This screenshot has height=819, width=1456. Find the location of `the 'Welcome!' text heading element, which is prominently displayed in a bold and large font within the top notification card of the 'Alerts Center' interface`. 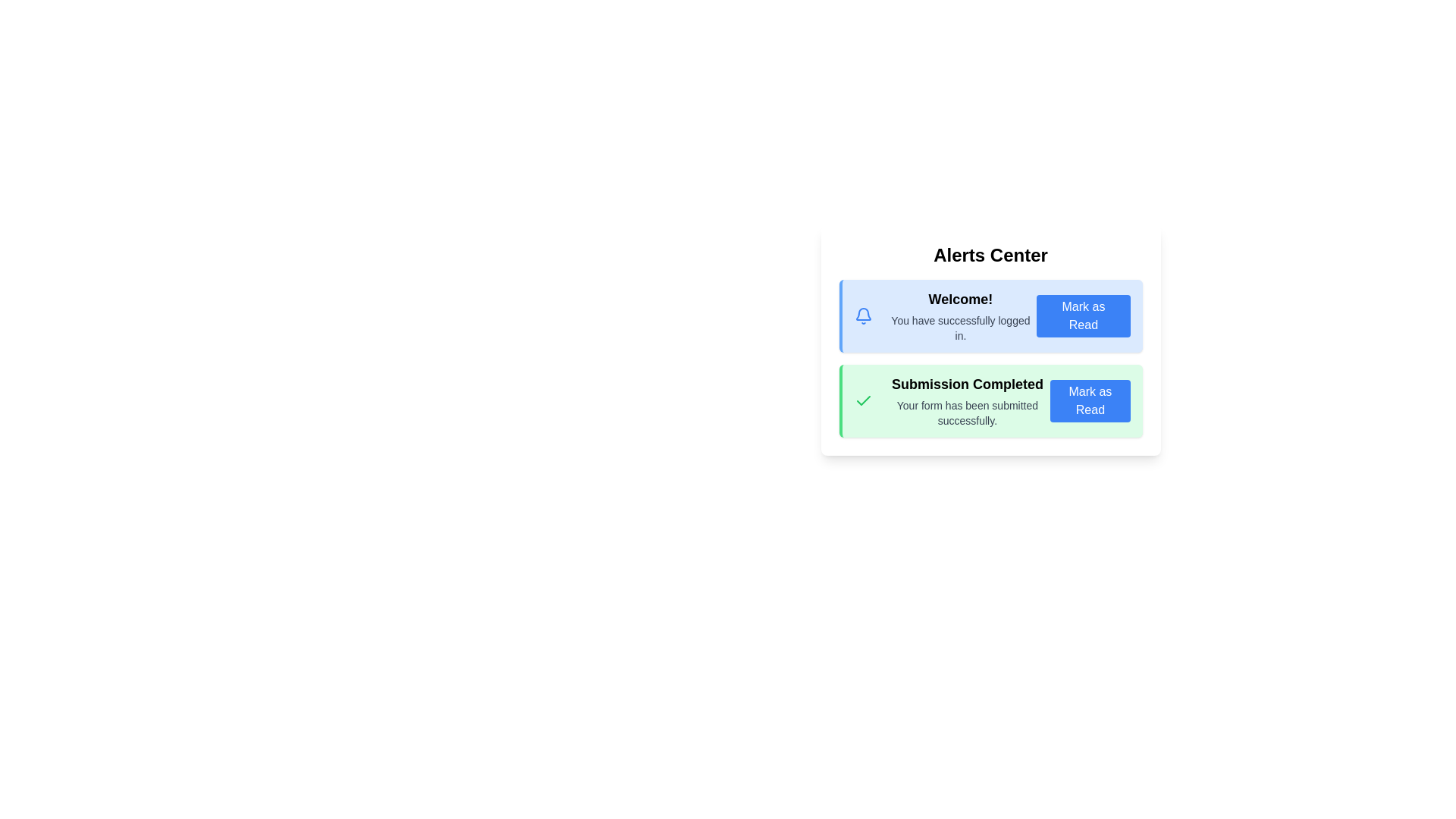

the 'Welcome!' text heading element, which is prominently displayed in a bold and large font within the top notification card of the 'Alerts Center' interface is located at coordinates (960, 299).